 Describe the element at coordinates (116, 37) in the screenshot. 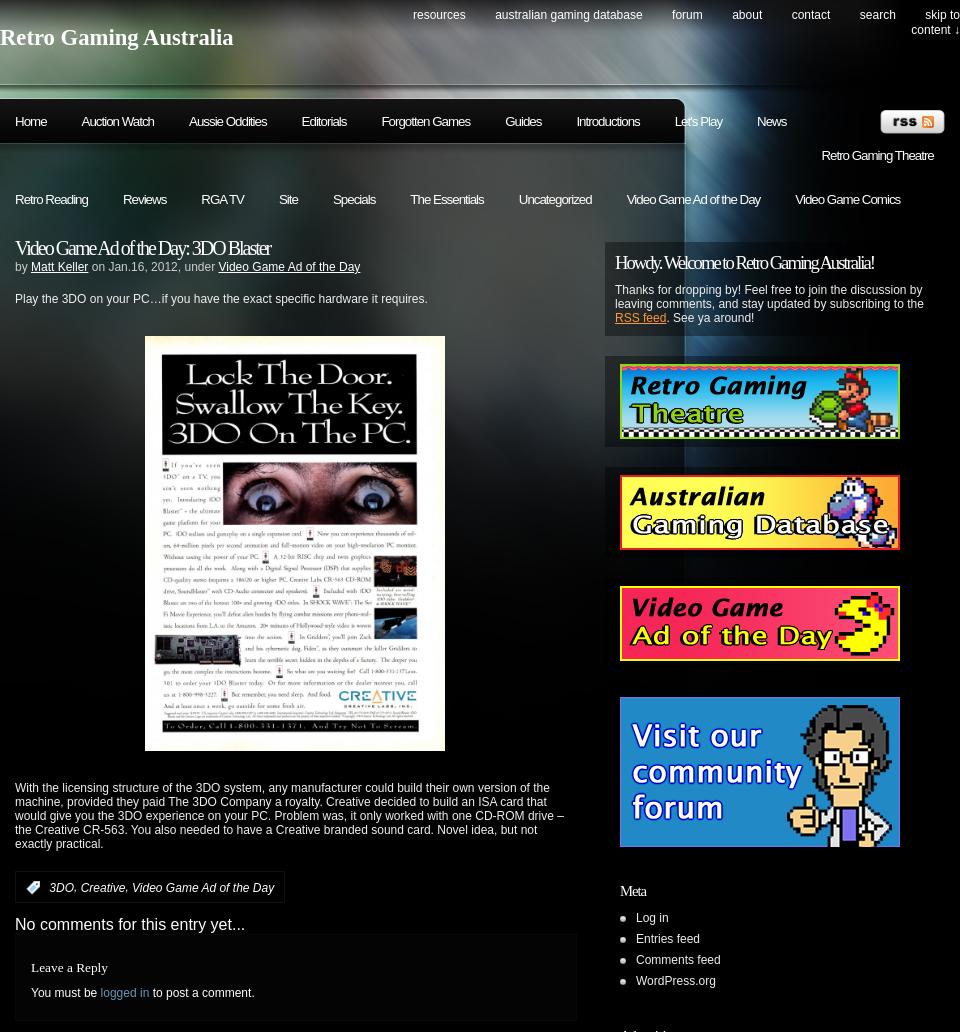

I see `'Retro Gaming Australia'` at that location.